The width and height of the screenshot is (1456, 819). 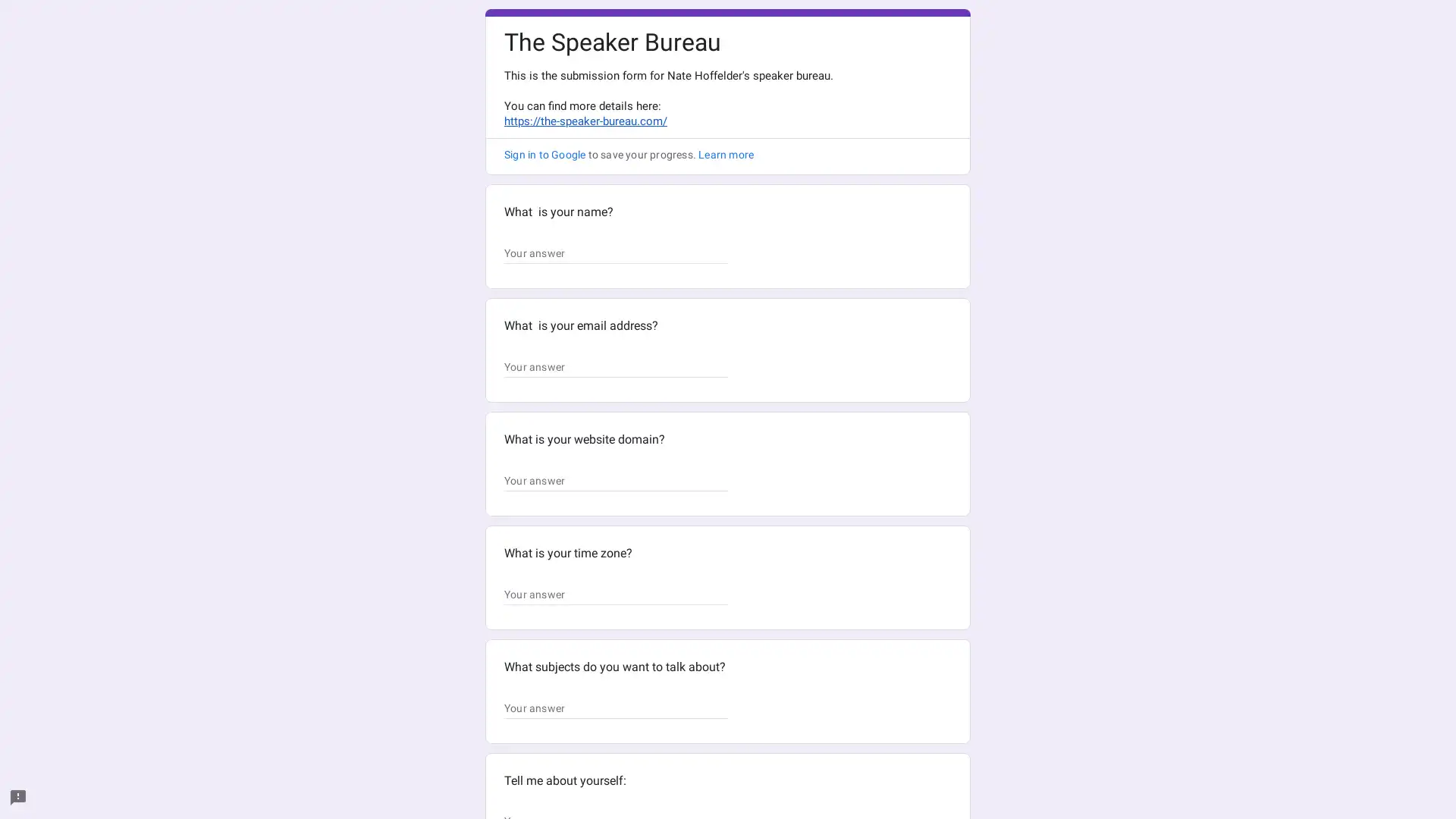 I want to click on Learn more, so click(x=725, y=155).